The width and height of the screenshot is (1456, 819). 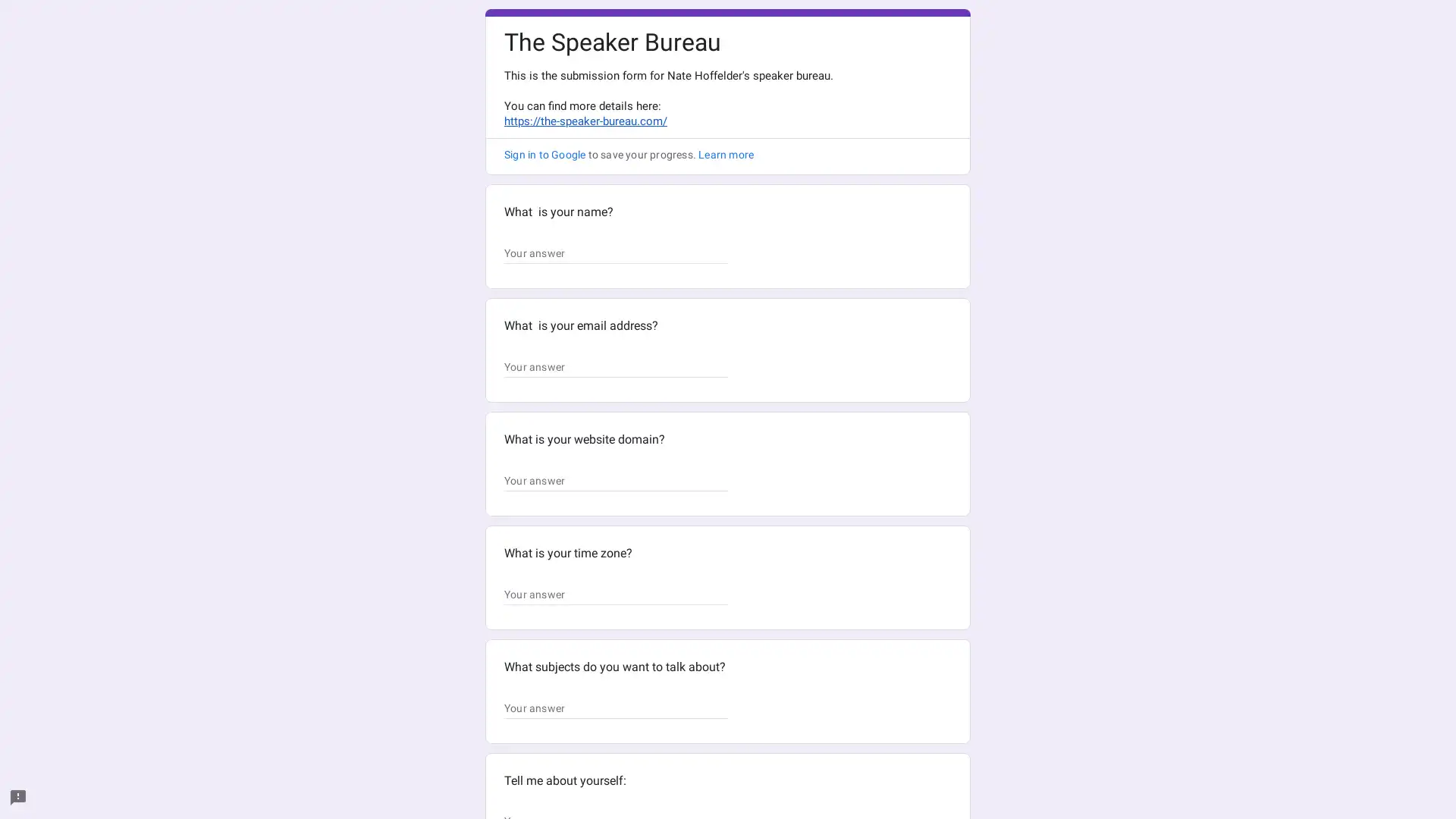 I want to click on Learn more, so click(x=725, y=155).